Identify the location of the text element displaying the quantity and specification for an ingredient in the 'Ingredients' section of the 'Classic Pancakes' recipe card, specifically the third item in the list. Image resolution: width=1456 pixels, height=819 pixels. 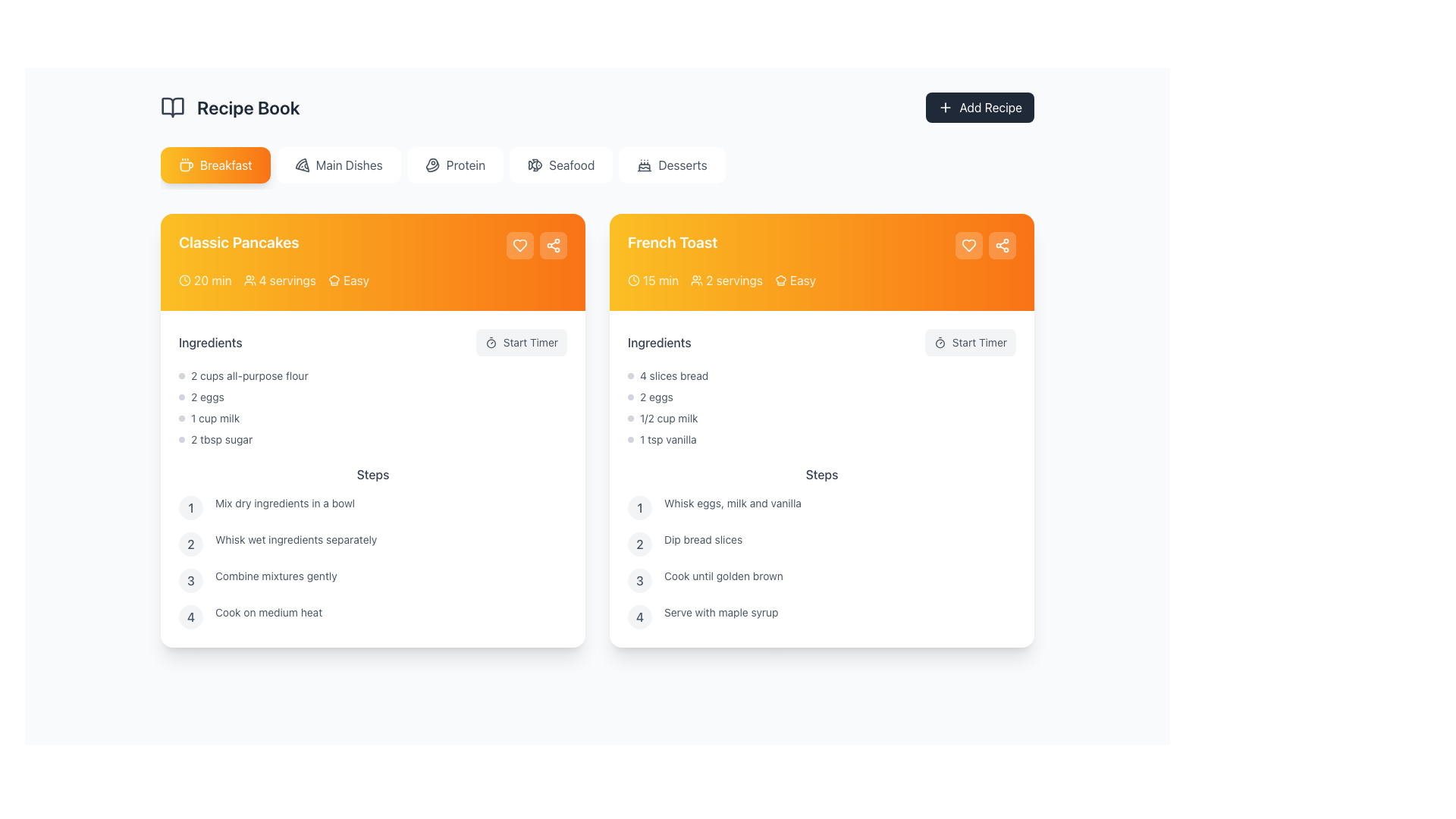
(215, 418).